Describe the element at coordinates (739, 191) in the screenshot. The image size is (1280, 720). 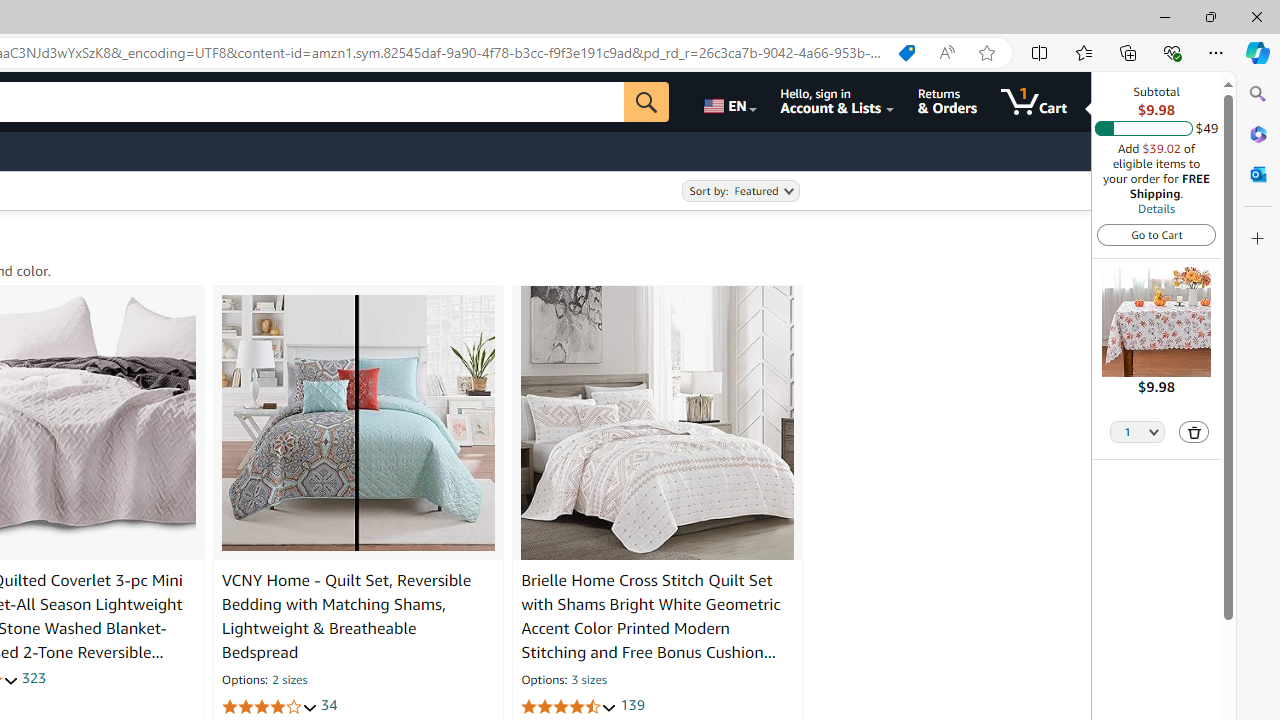
I see `'Sort by:'` at that location.